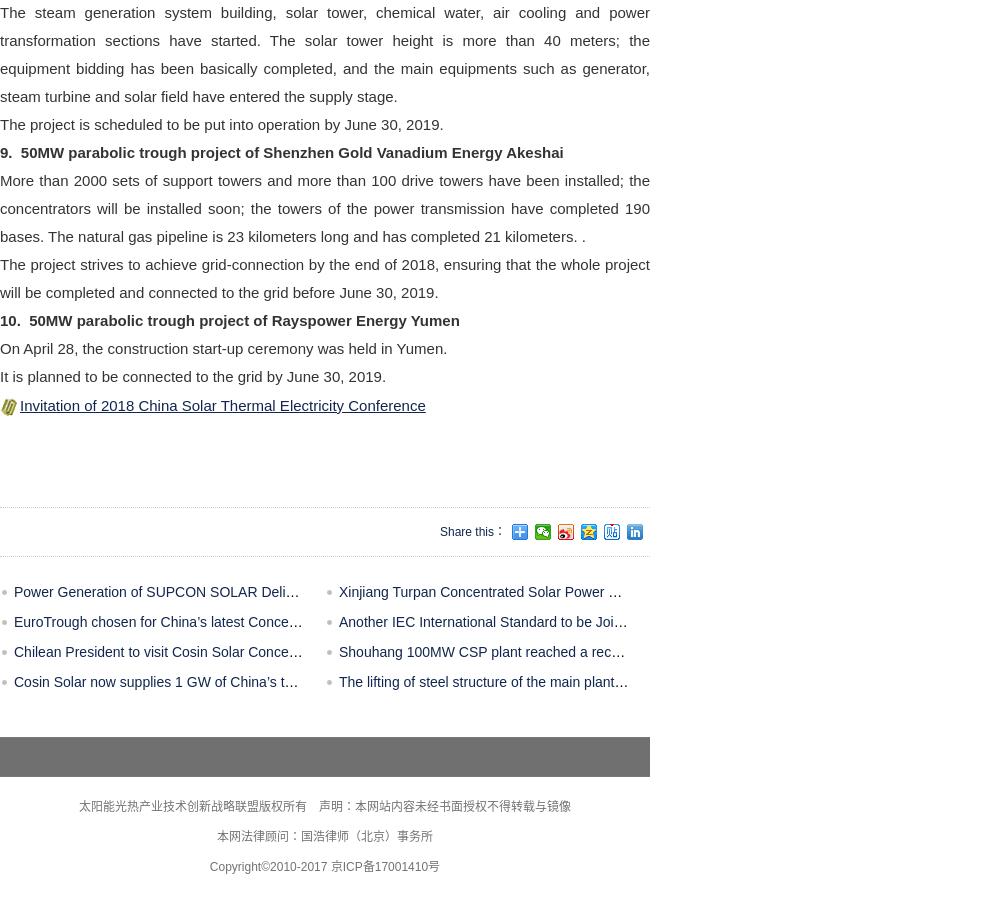 This screenshot has height=912, width=1000. Describe the element at coordinates (228, 319) in the screenshot. I see `'10.  50MW parabolic trough project of Rayspower Energy Yumen'` at that location.